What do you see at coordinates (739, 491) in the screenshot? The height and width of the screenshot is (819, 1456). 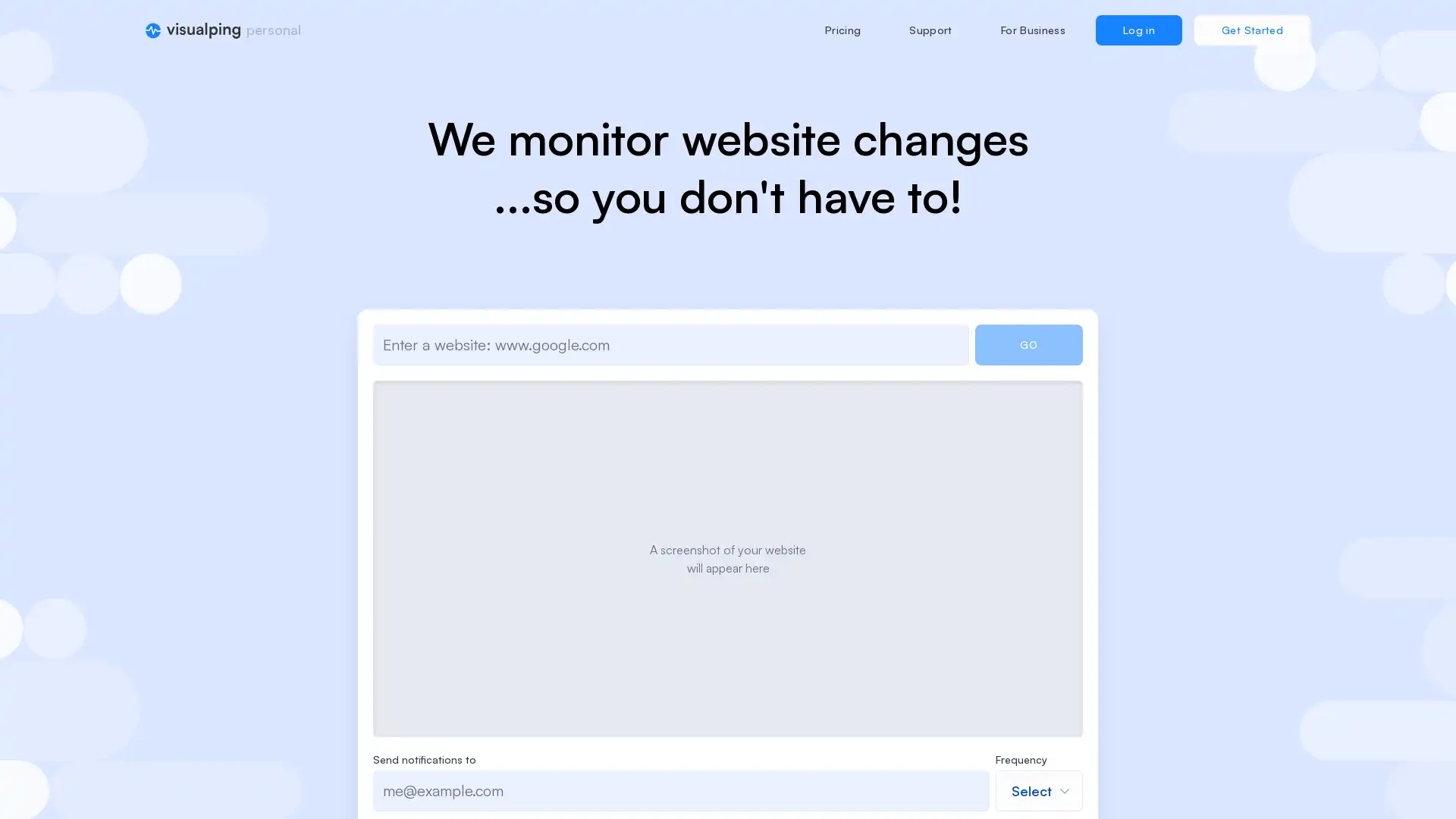 I see `Got it` at bounding box center [739, 491].